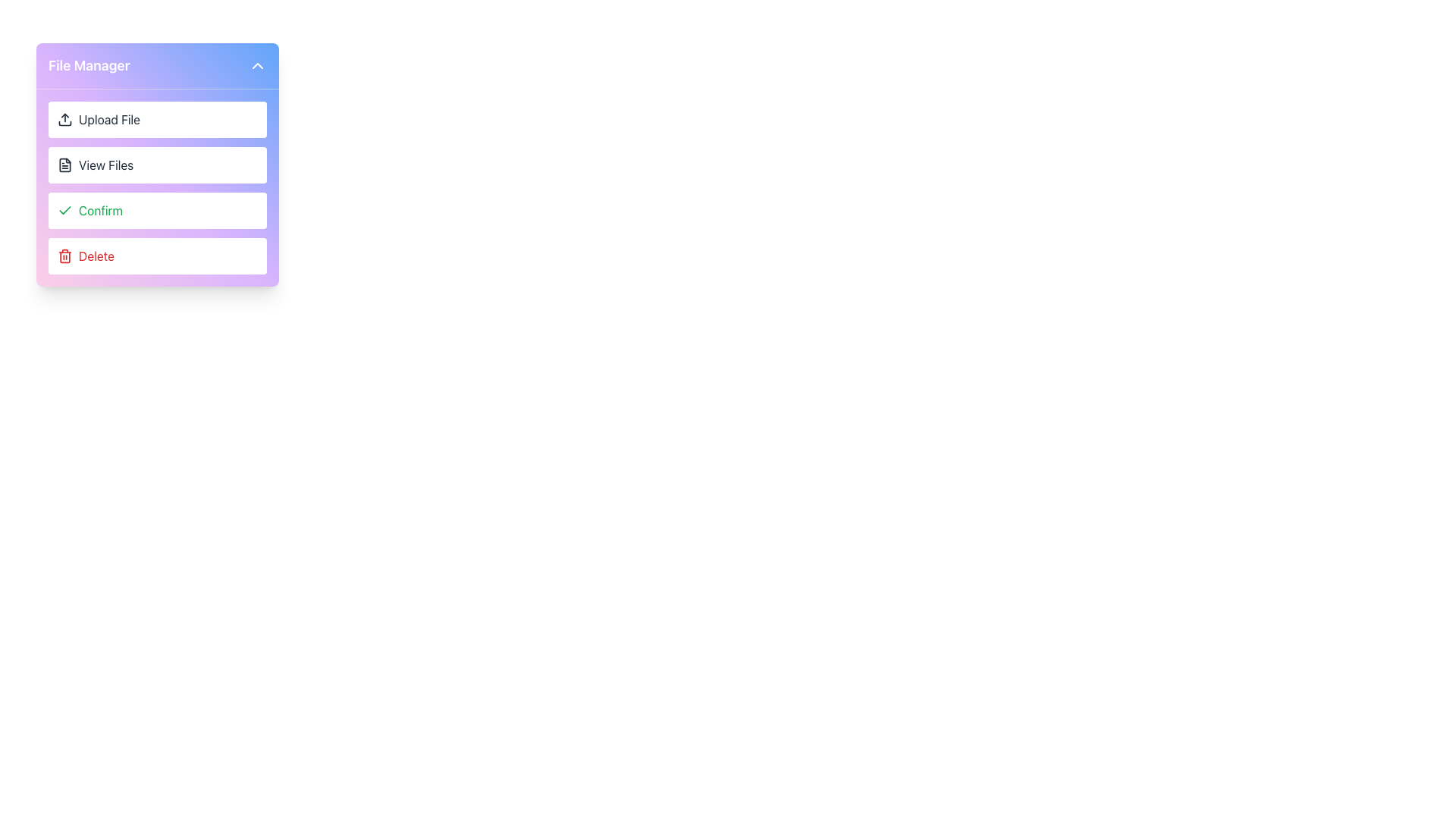  Describe the element at coordinates (157, 210) in the screenshot. I see `the 'Confirm' button, which is the third button in a vertical group of four buttons in the 'File Manager' panel` at that location.